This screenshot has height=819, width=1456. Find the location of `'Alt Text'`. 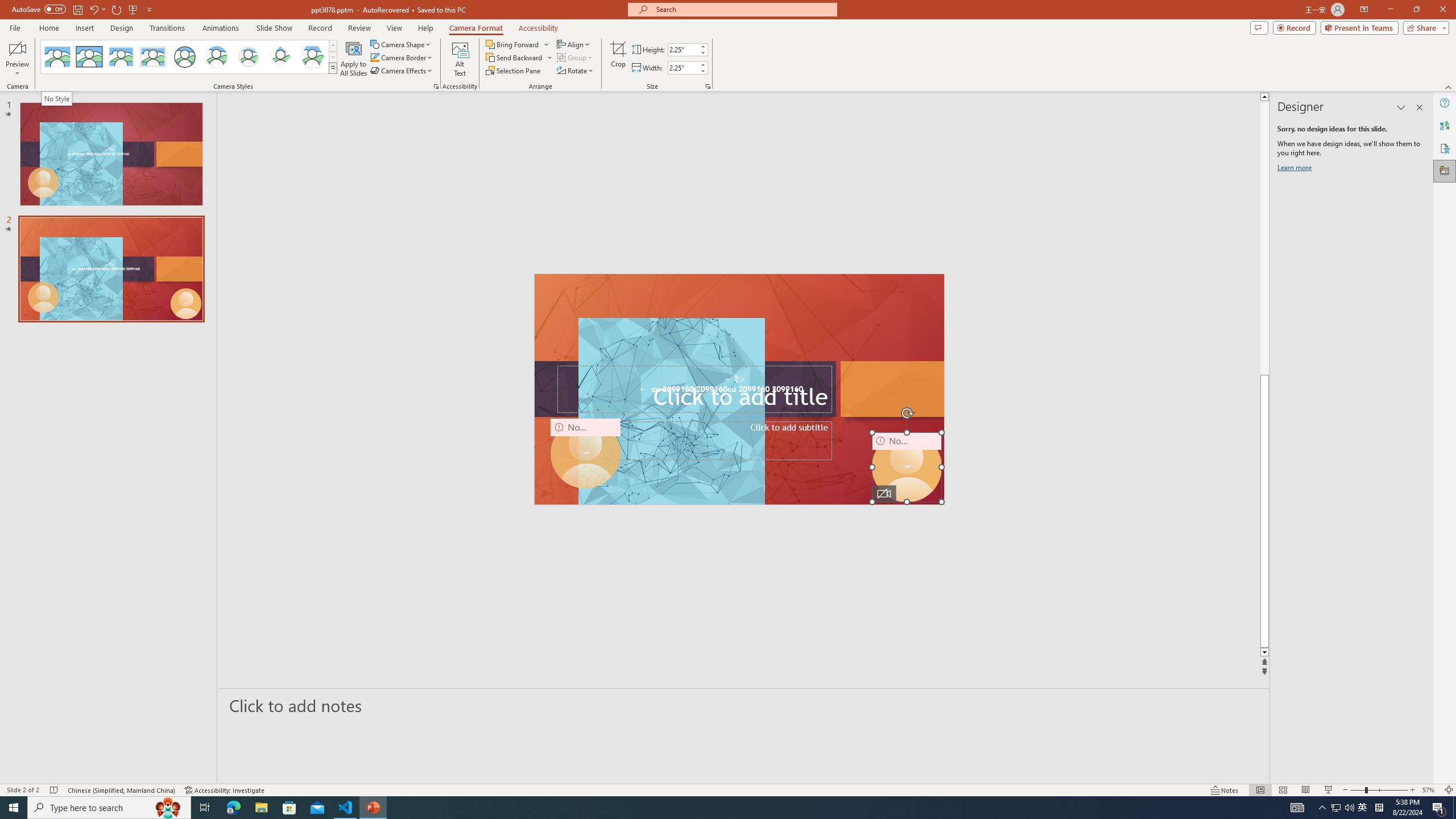

'Alt Text' is located at coordinates (459, 59).